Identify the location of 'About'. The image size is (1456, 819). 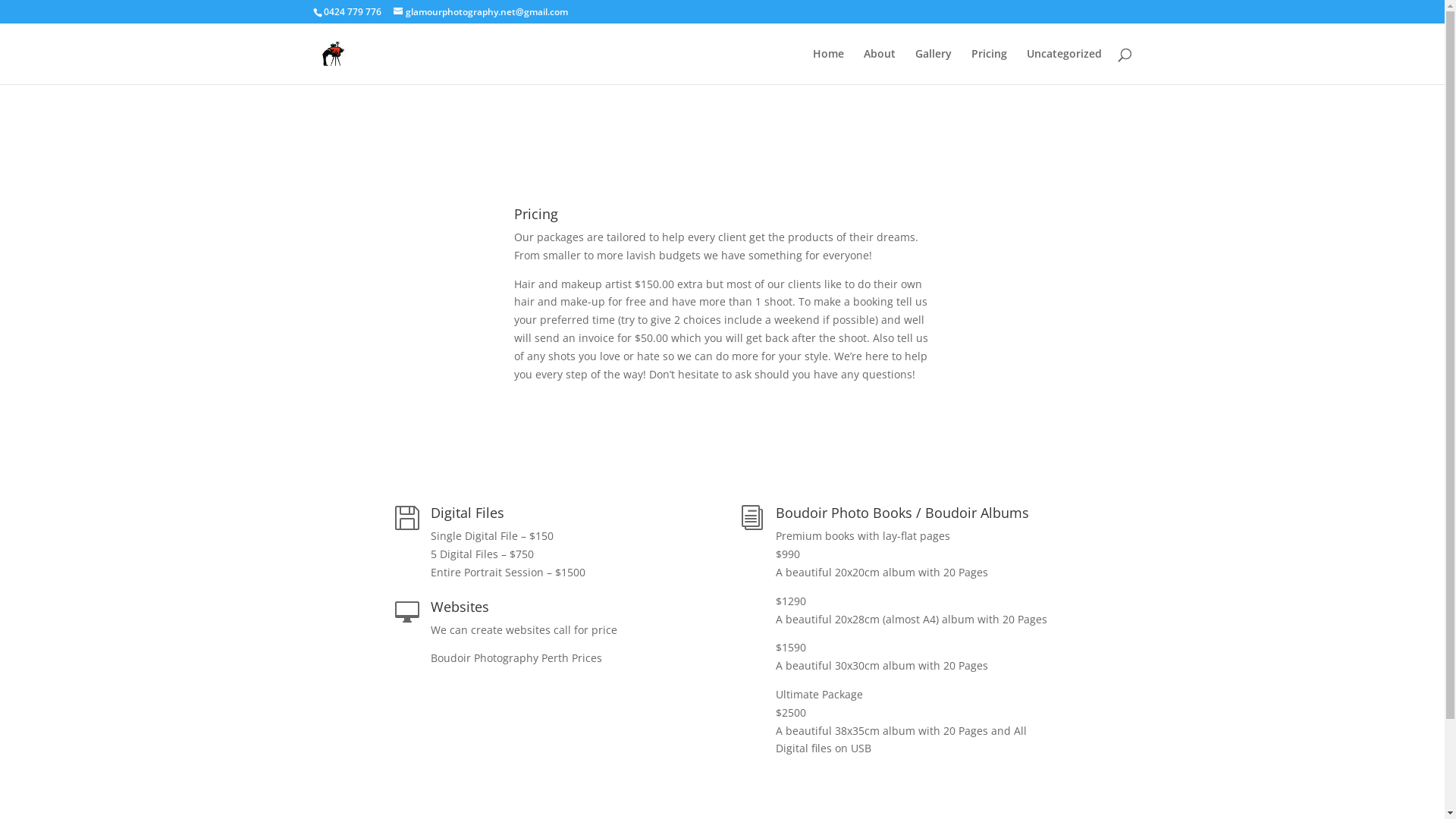
(862, 65).